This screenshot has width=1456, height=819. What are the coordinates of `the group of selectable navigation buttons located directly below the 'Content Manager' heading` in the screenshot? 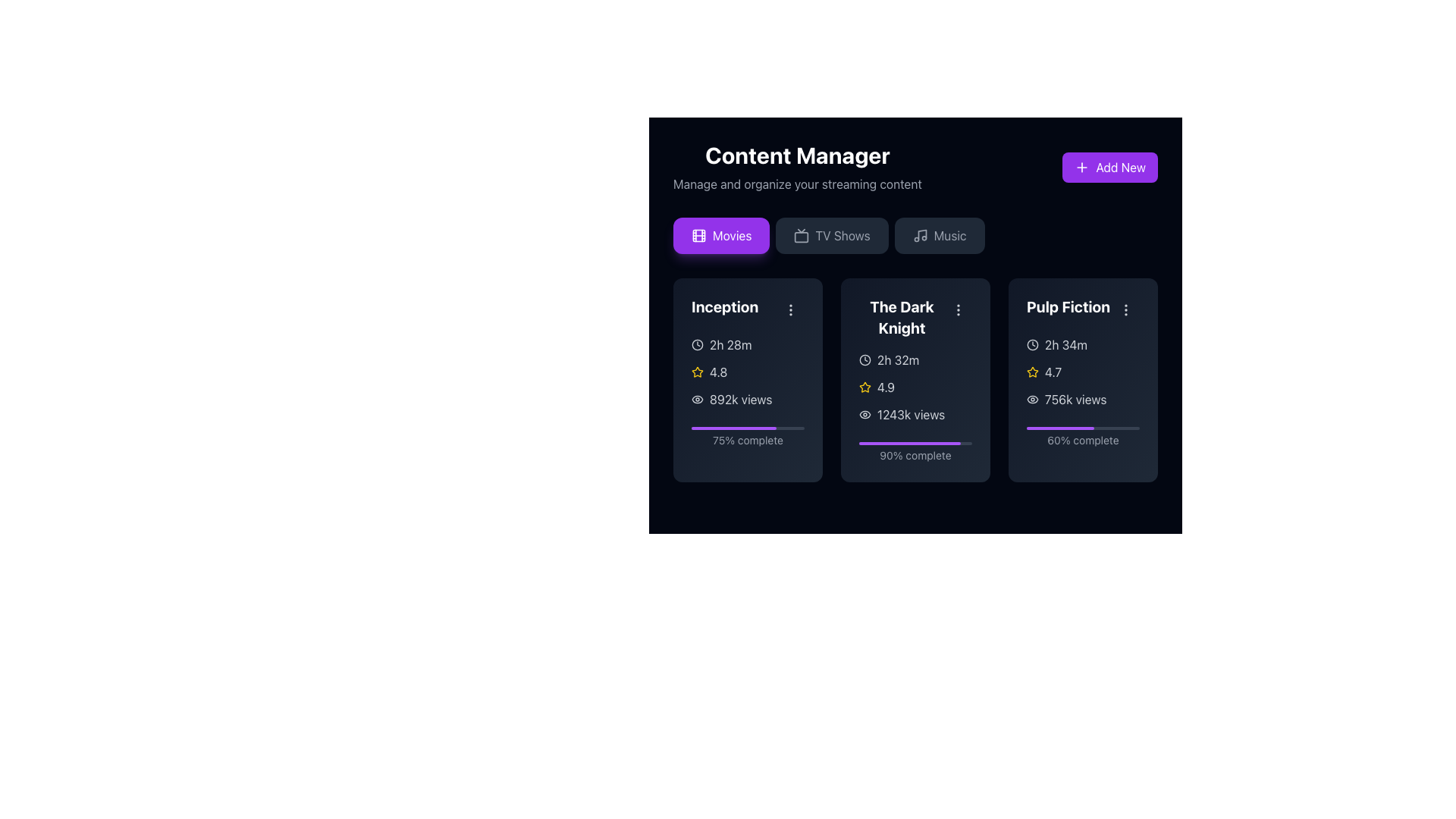 It's located at (915, 236).